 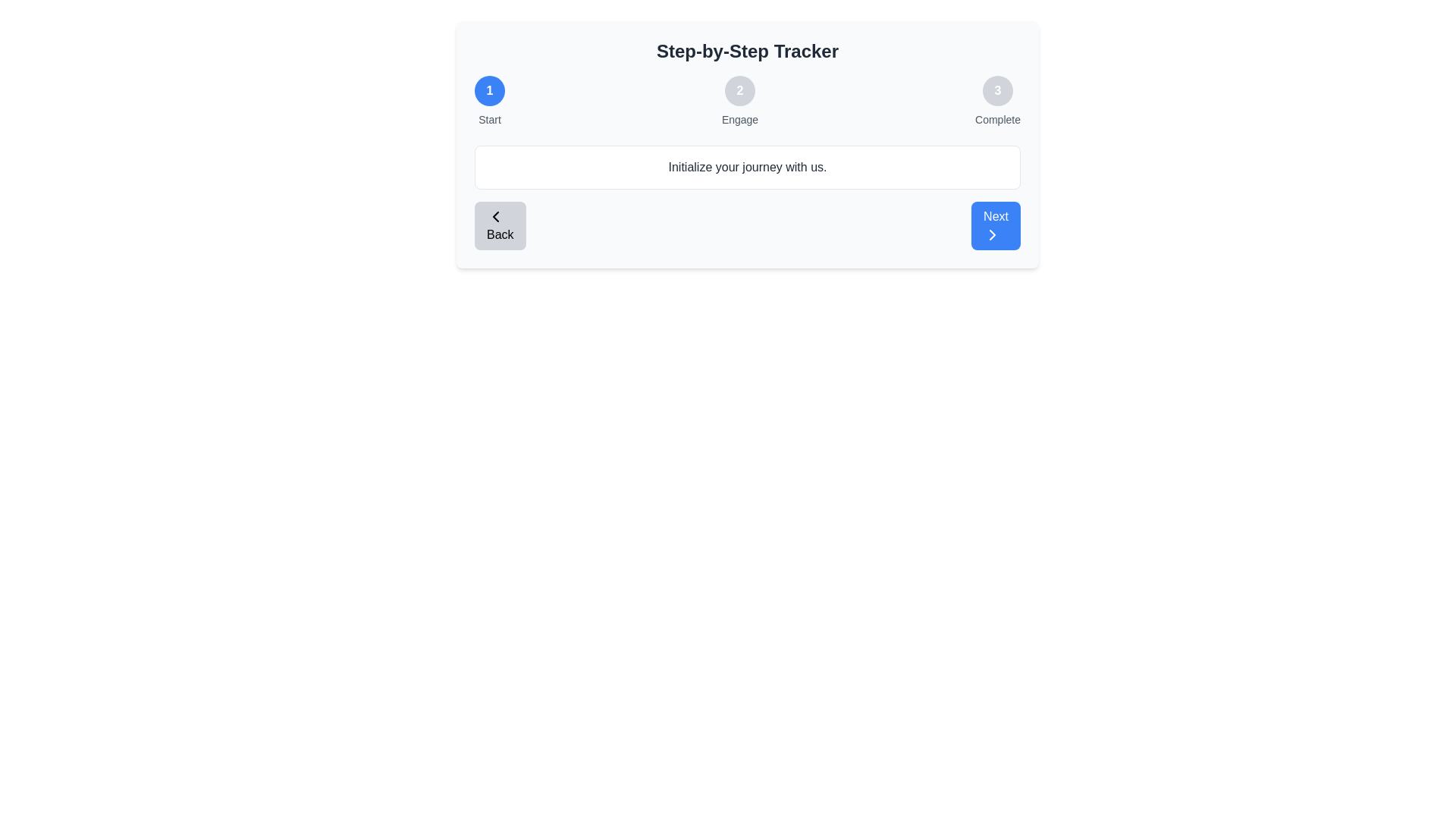 I want to click on the text label displaying 'Complete', which is styled with a small, gray font and is located under the circular step indicator with the number '3' in the top-right corner of the step-by-step tracker interface, so click(x=997, y=119).